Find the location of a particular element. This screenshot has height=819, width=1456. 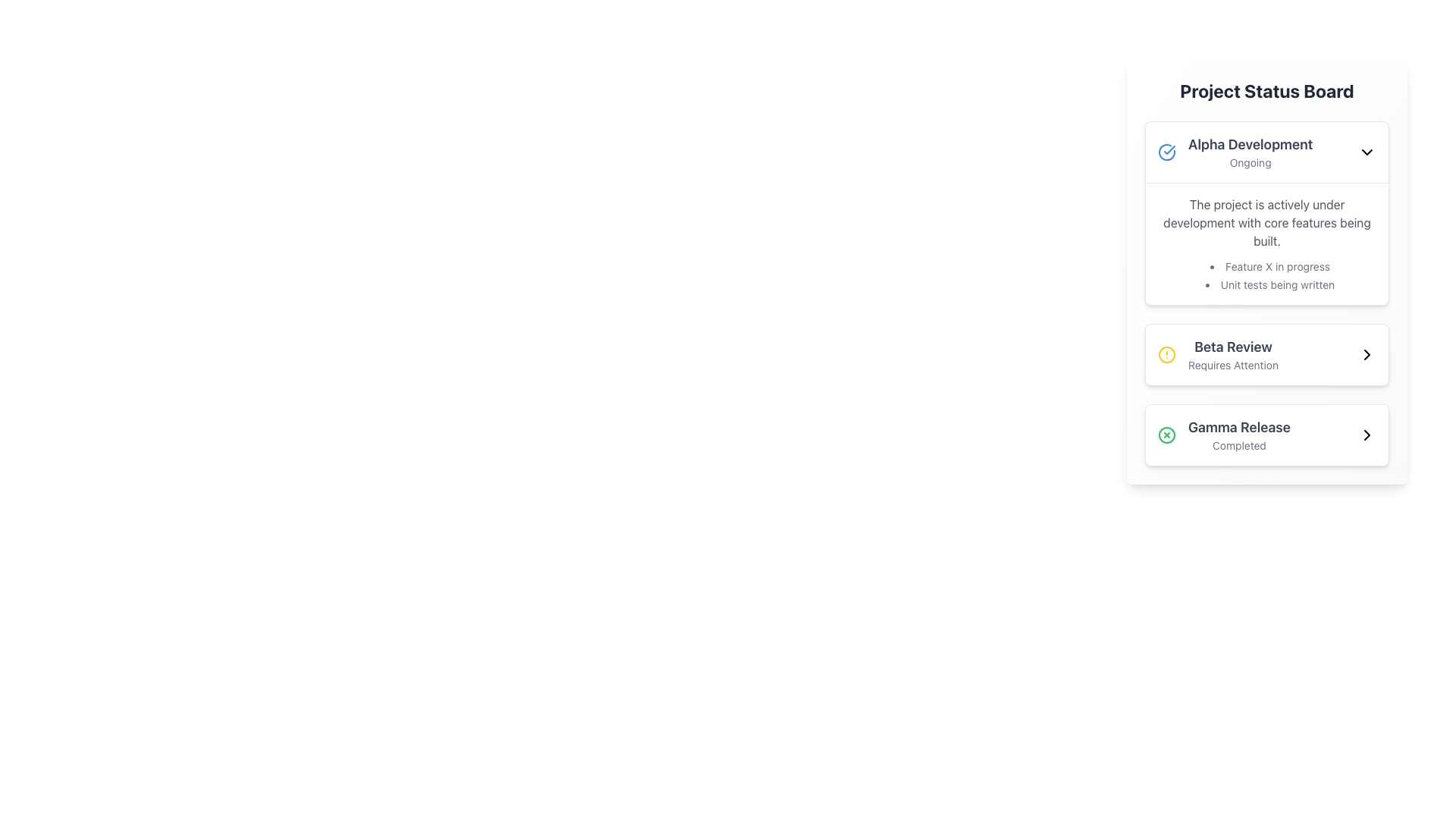

text element that describes the project status, which is styled in muted gray and states 'The project is actively under development with core features being built.' It is located in the 'Alpha Development' section of the Project Status Board is located at coordinates (1266, 222).